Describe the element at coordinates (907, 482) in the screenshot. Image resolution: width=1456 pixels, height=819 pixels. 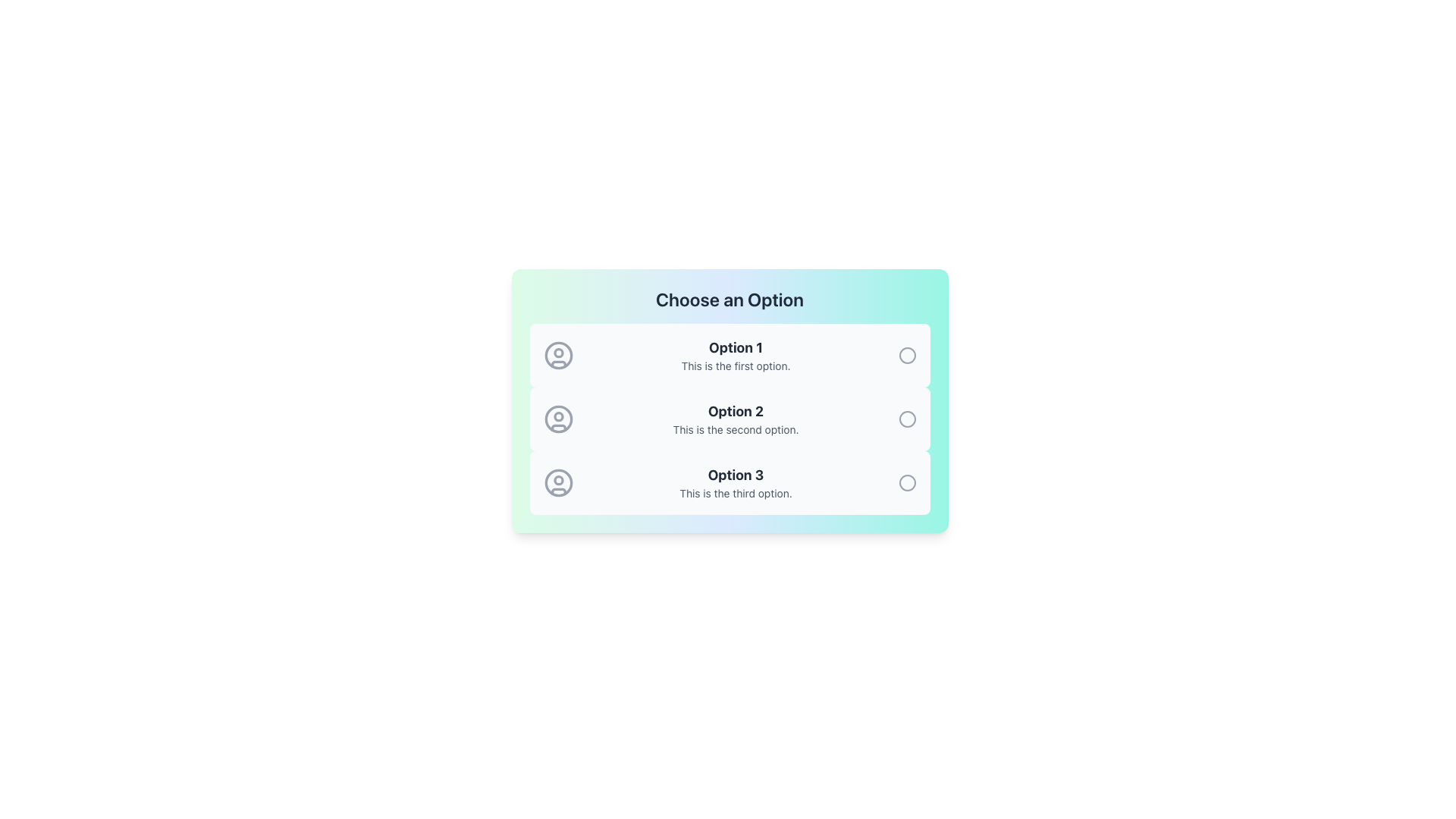
I see `the radio button located to the right of 'Option 3'` at that location.